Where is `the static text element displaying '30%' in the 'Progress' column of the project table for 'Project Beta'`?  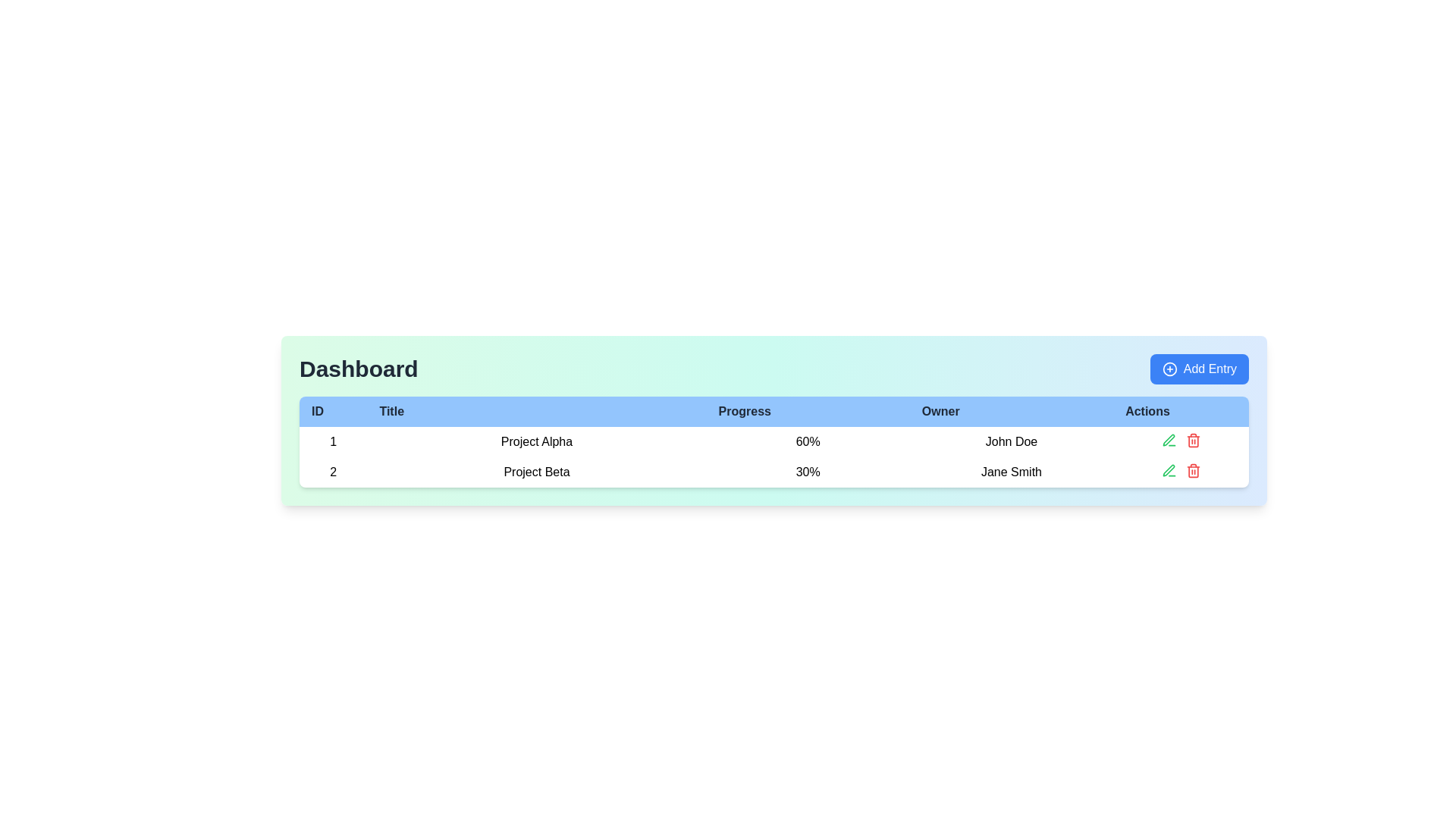 the static text element displaying '30%' in the 'Progress' column of the project table for 'Project Beta' is located at coordinates (807, 472).